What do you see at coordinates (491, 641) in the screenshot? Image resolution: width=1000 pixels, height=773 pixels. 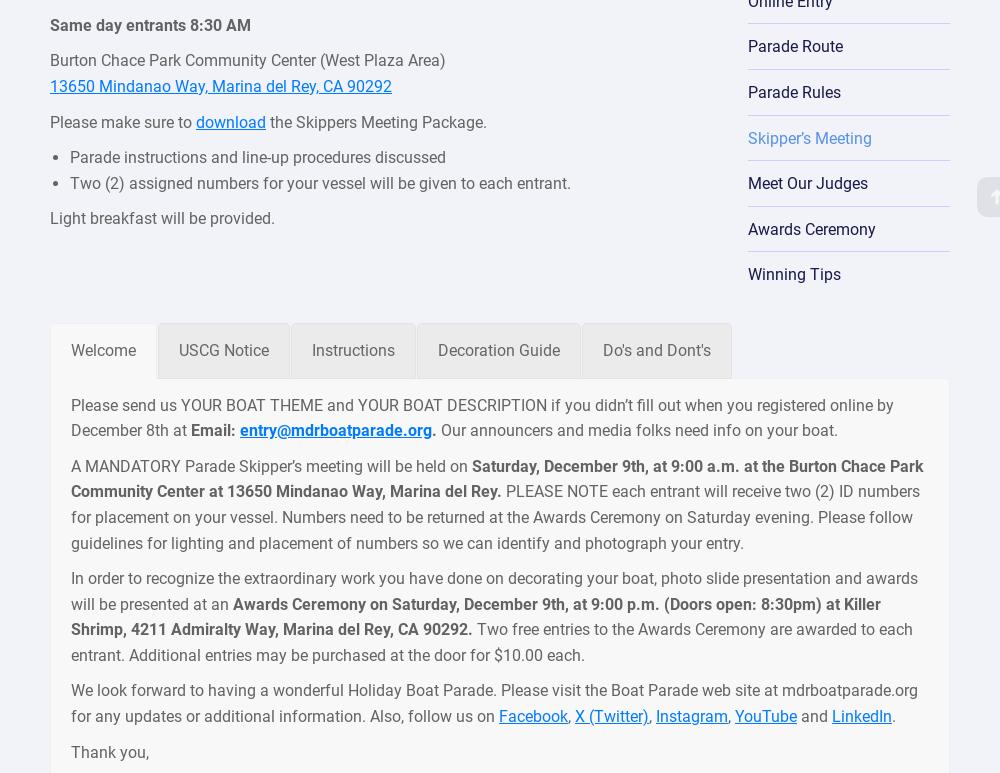 I see `'Two free entries to the Awards Ceremony are awarded to each entrant. Additional entries may be purchased at the door for $10.00 each.'` at bounding box center [491, 641].